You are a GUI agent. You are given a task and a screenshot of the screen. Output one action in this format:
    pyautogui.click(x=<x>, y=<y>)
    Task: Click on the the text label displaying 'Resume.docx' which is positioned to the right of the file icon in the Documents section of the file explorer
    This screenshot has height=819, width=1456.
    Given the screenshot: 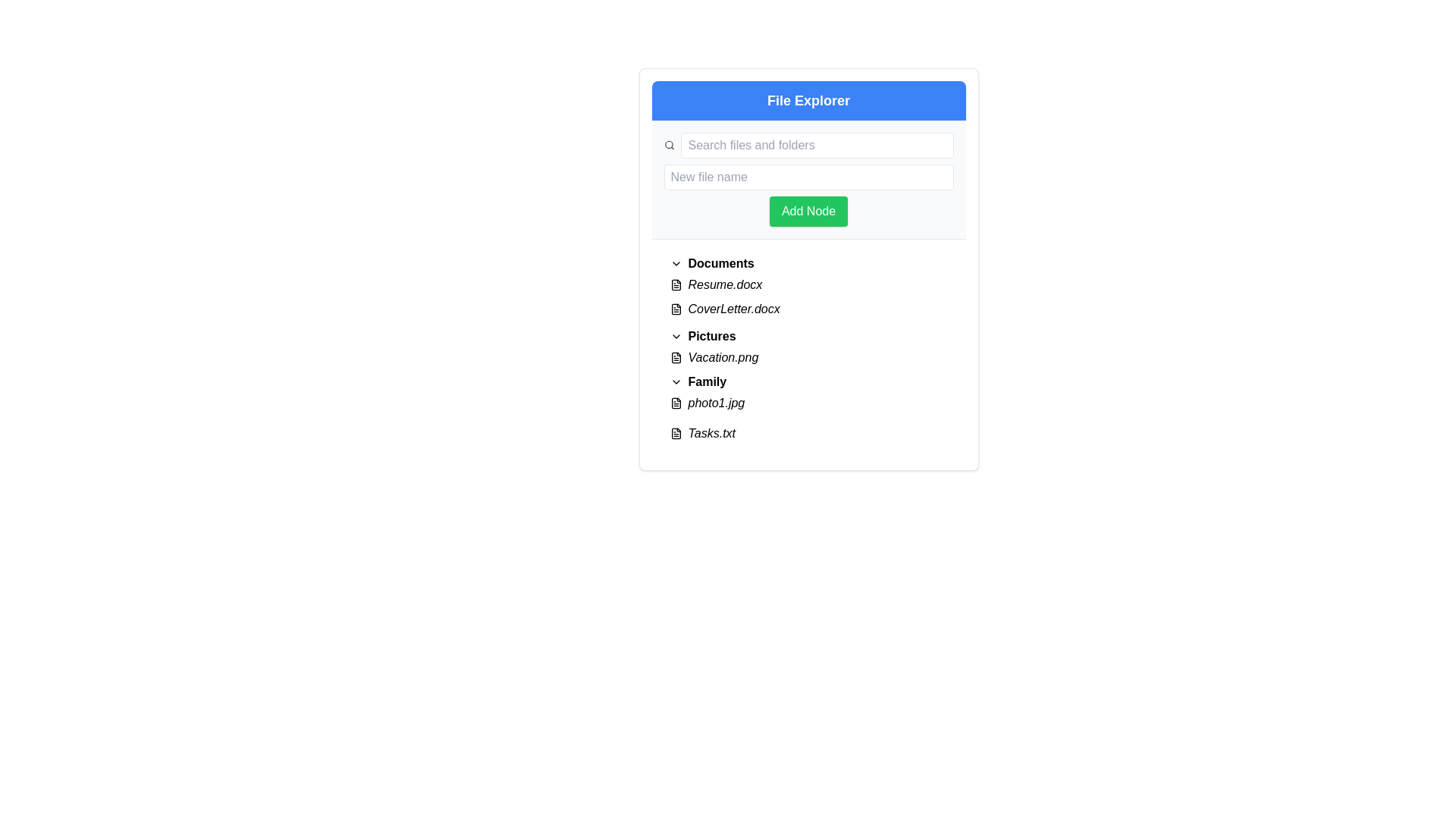 What is the action you would take?
    pyautogui.click(x=724, y=284)
    